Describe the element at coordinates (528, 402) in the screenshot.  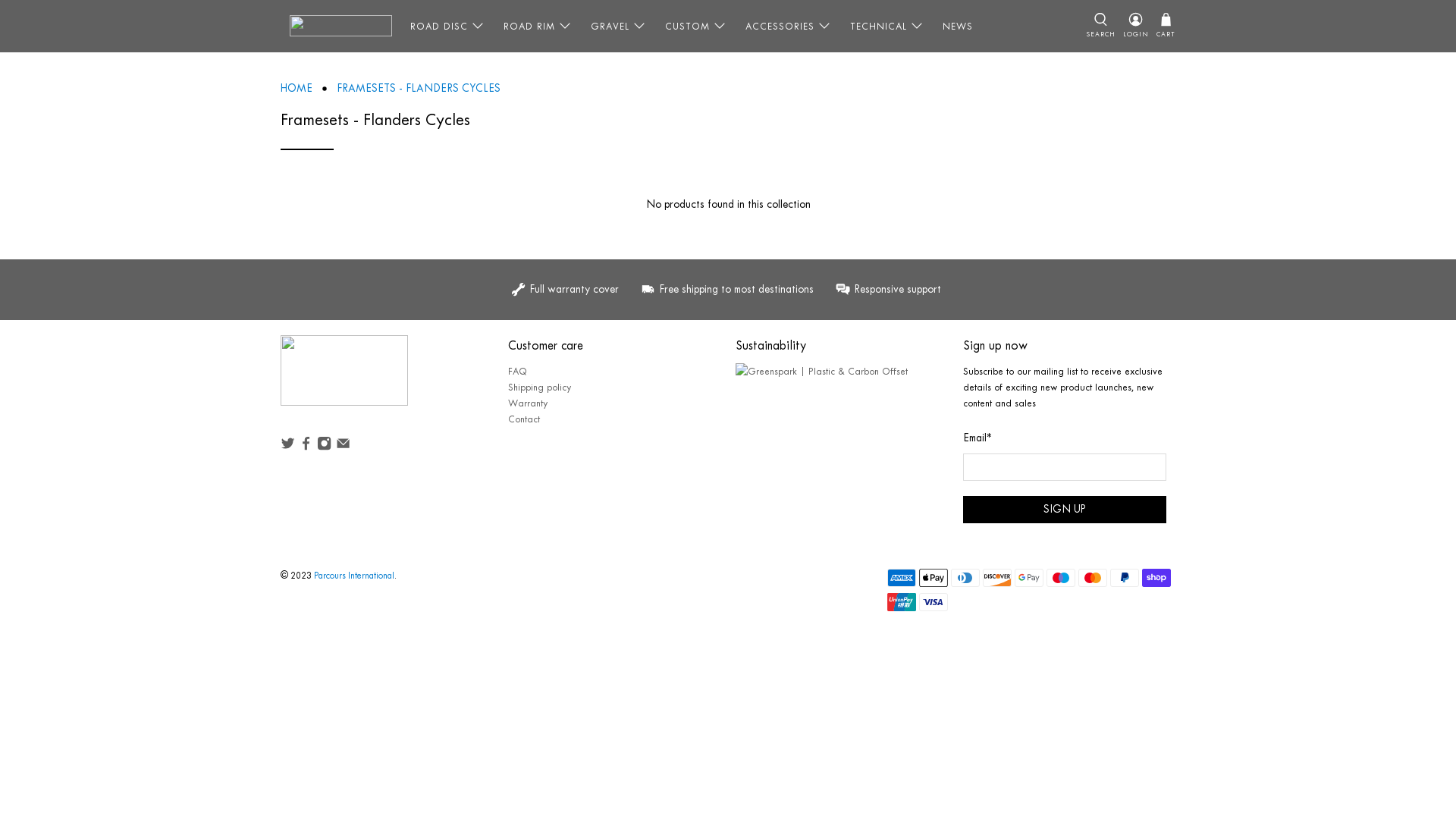
I see `'Warranty'` at that location.